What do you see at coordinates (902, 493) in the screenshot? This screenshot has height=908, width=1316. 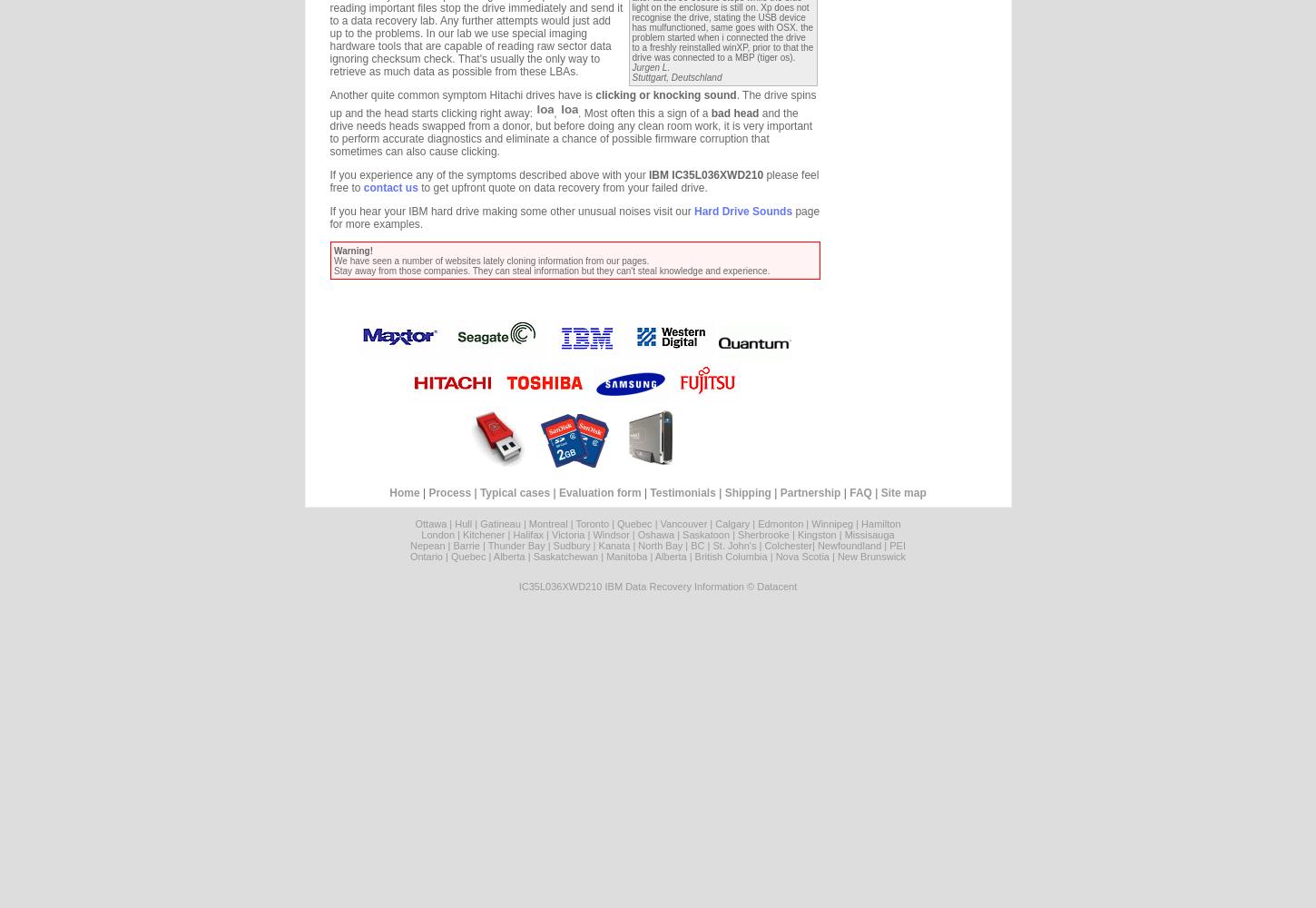 I see `'Site map'` at bounding box center [902, 493].